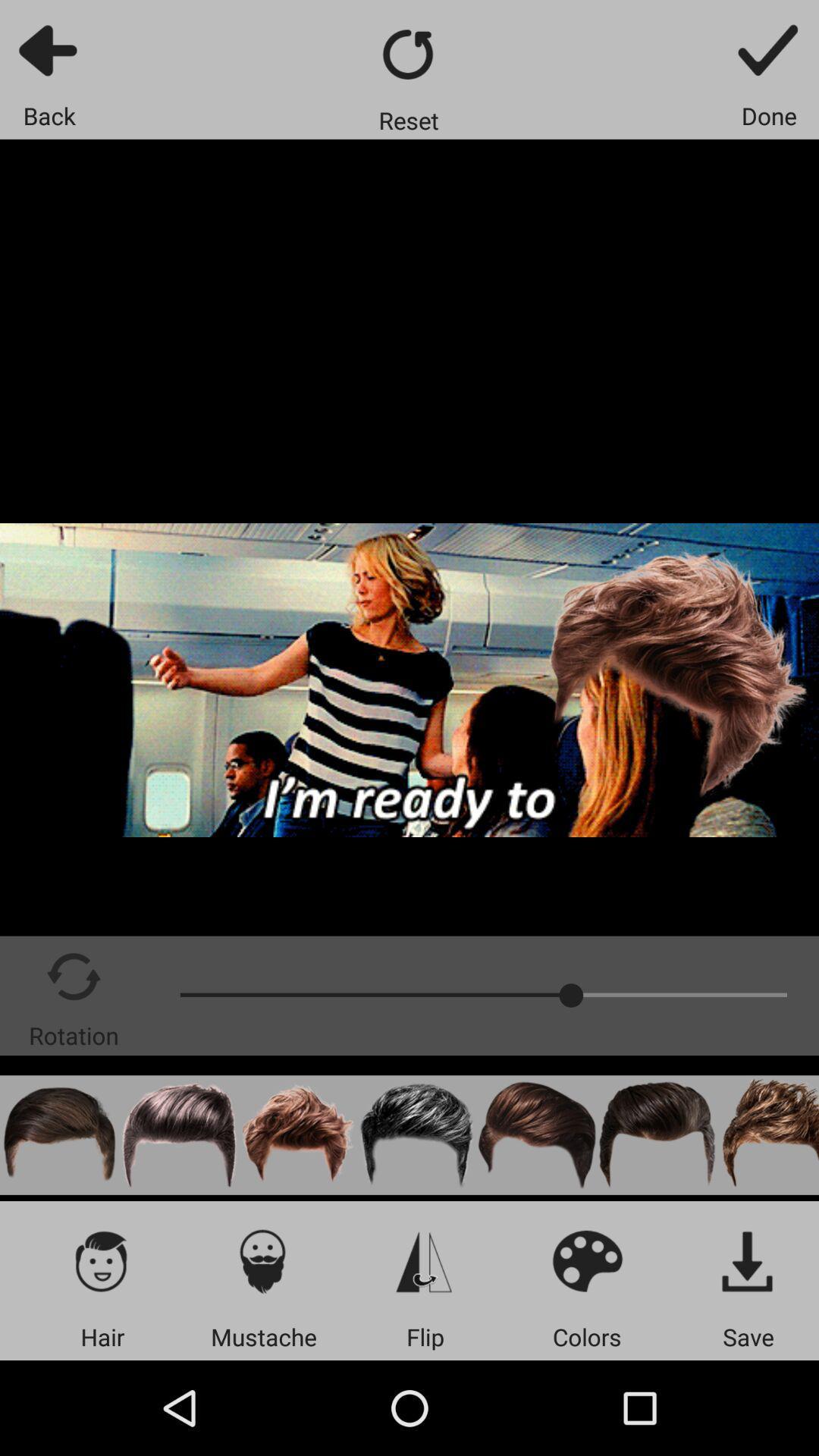  Describe the element at coordinates (418, 1135) in the screenshot. I see `hairstyle` at that location.